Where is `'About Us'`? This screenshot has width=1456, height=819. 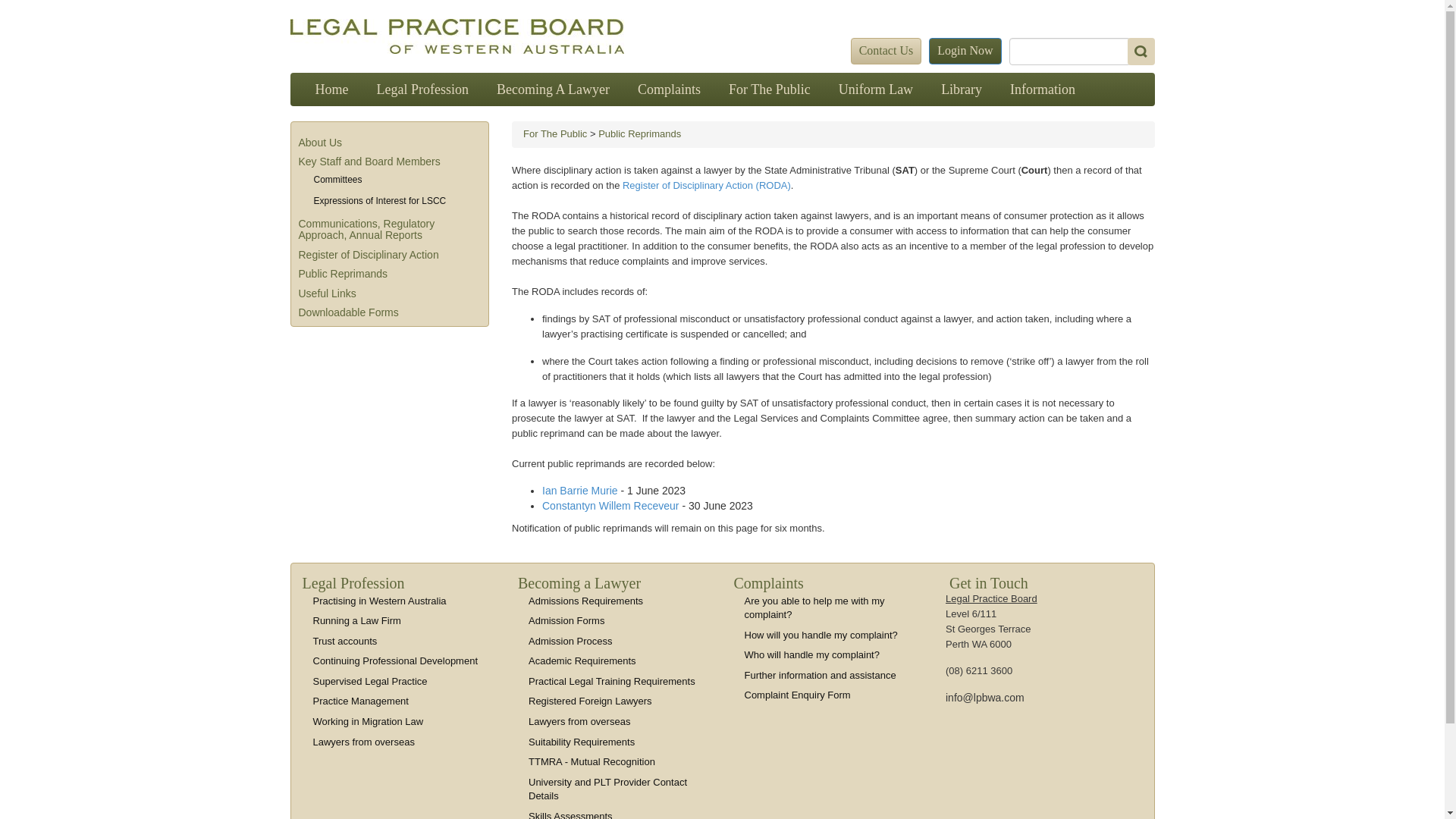 'About Us' is located at coordinates (319, 143).